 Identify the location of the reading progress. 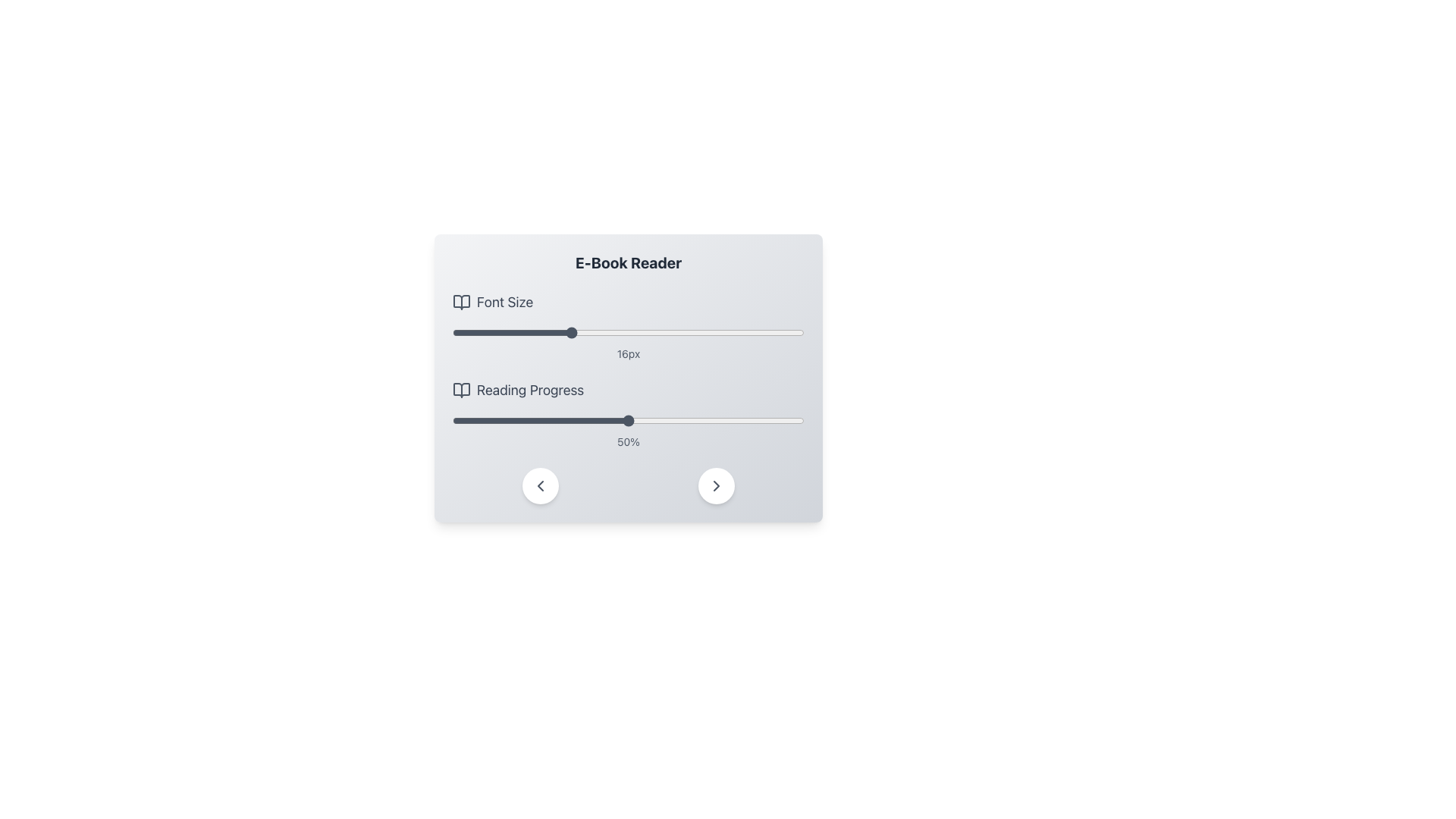
(762, 421).